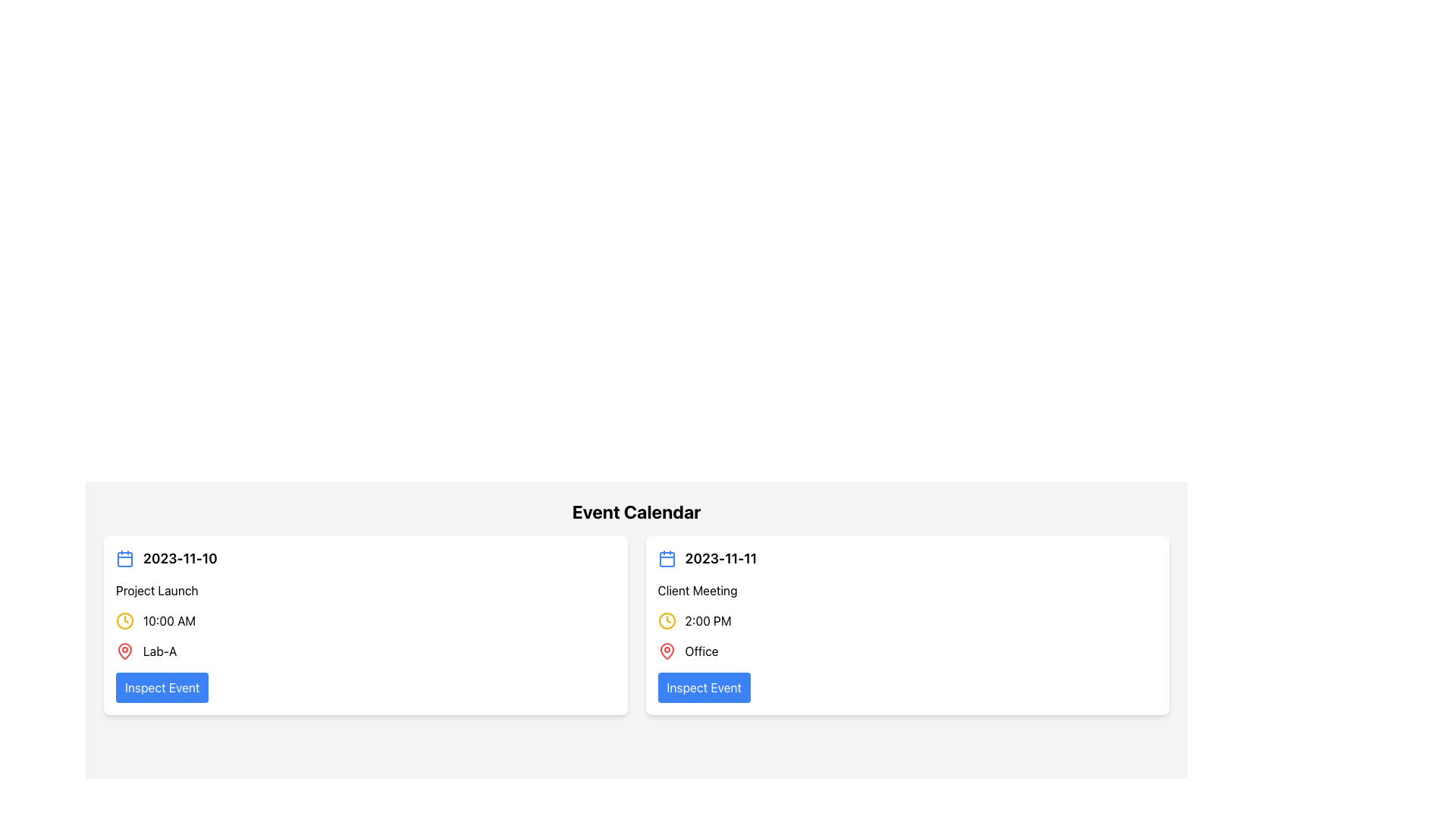  I want to click on the circular outline of the clock face in the event information card for 'Project Launch' on '2023-11-10', located above the time '10:00 AM', so click(124, 620).